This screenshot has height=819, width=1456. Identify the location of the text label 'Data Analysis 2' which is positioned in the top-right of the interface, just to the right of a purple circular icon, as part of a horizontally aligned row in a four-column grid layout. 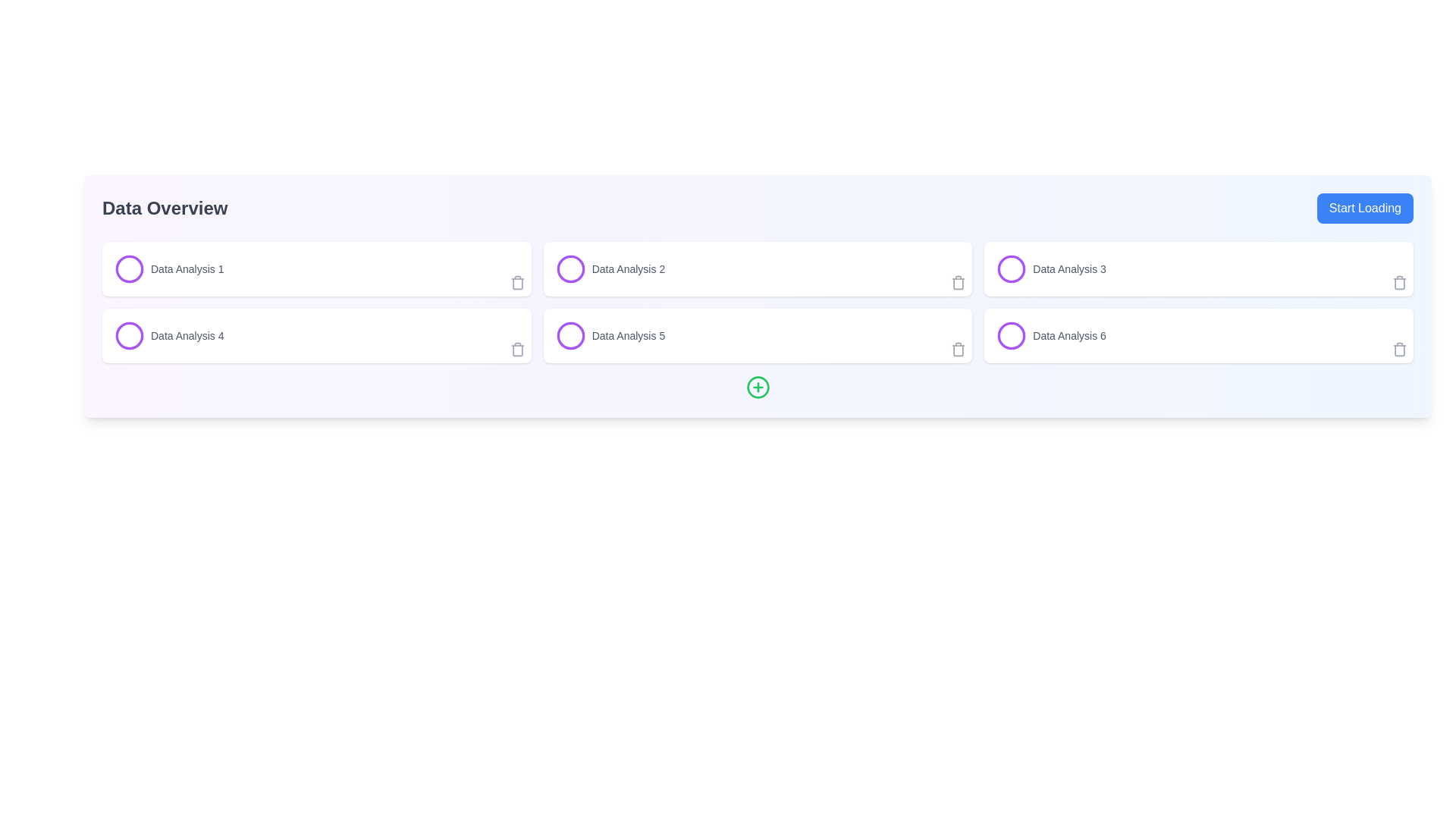
(628, 268).